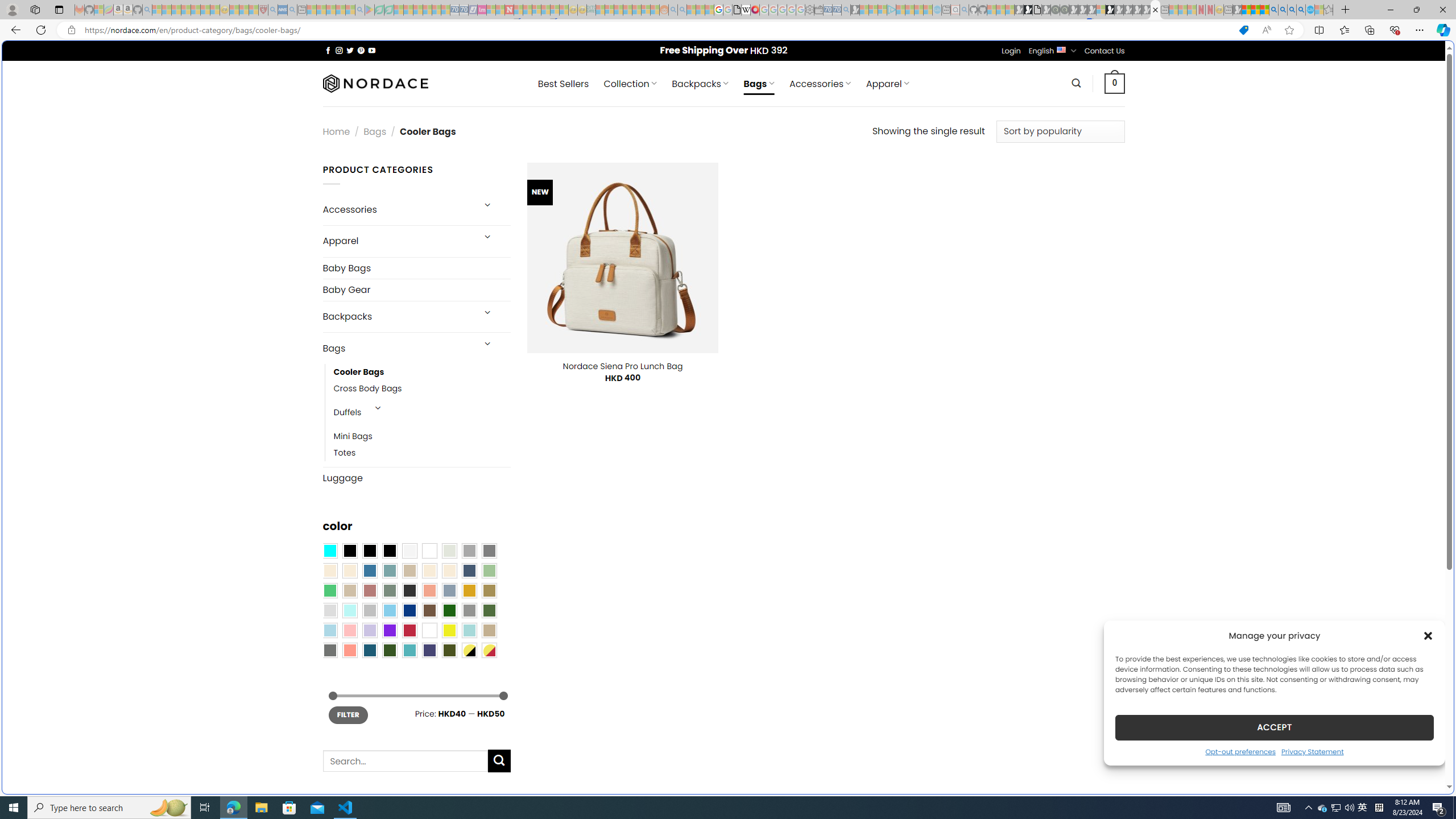 This screenshot has width=1456, height=819. What do you see at coordinates (389, 630) in the screenshot?
I see `'Purple'` at bounding box center [389, 630].